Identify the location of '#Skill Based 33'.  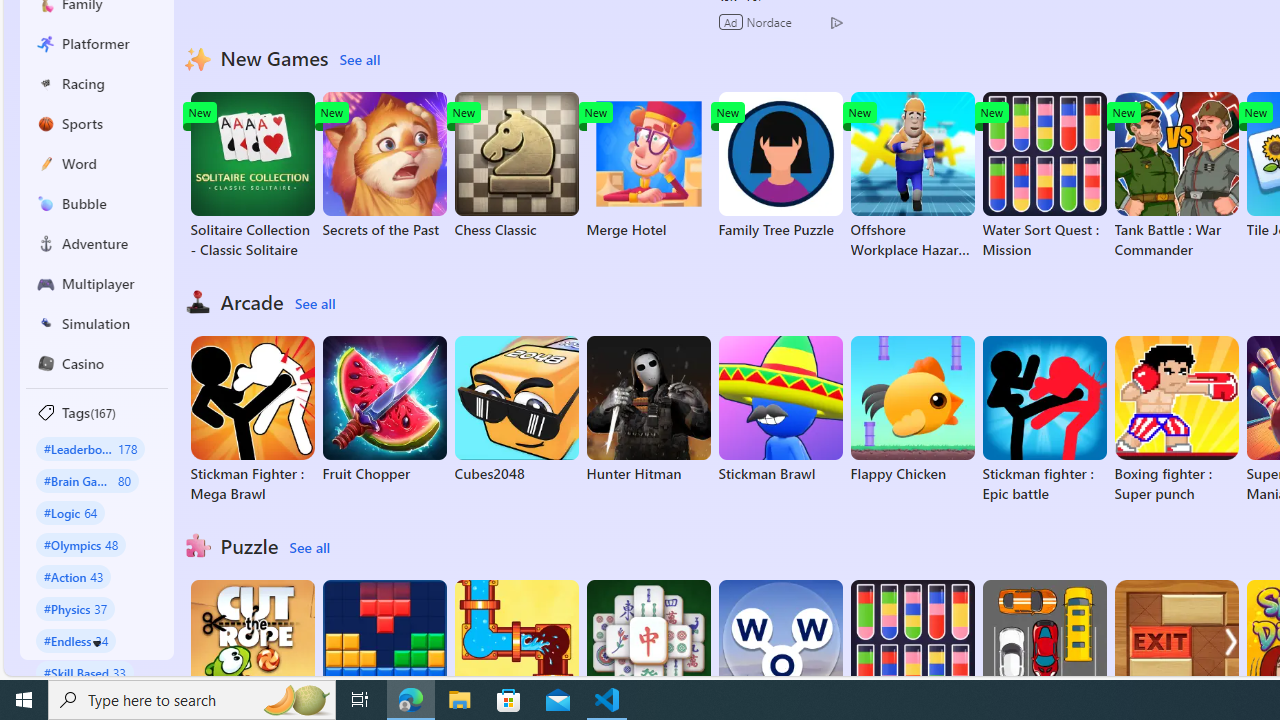
(84, 672).